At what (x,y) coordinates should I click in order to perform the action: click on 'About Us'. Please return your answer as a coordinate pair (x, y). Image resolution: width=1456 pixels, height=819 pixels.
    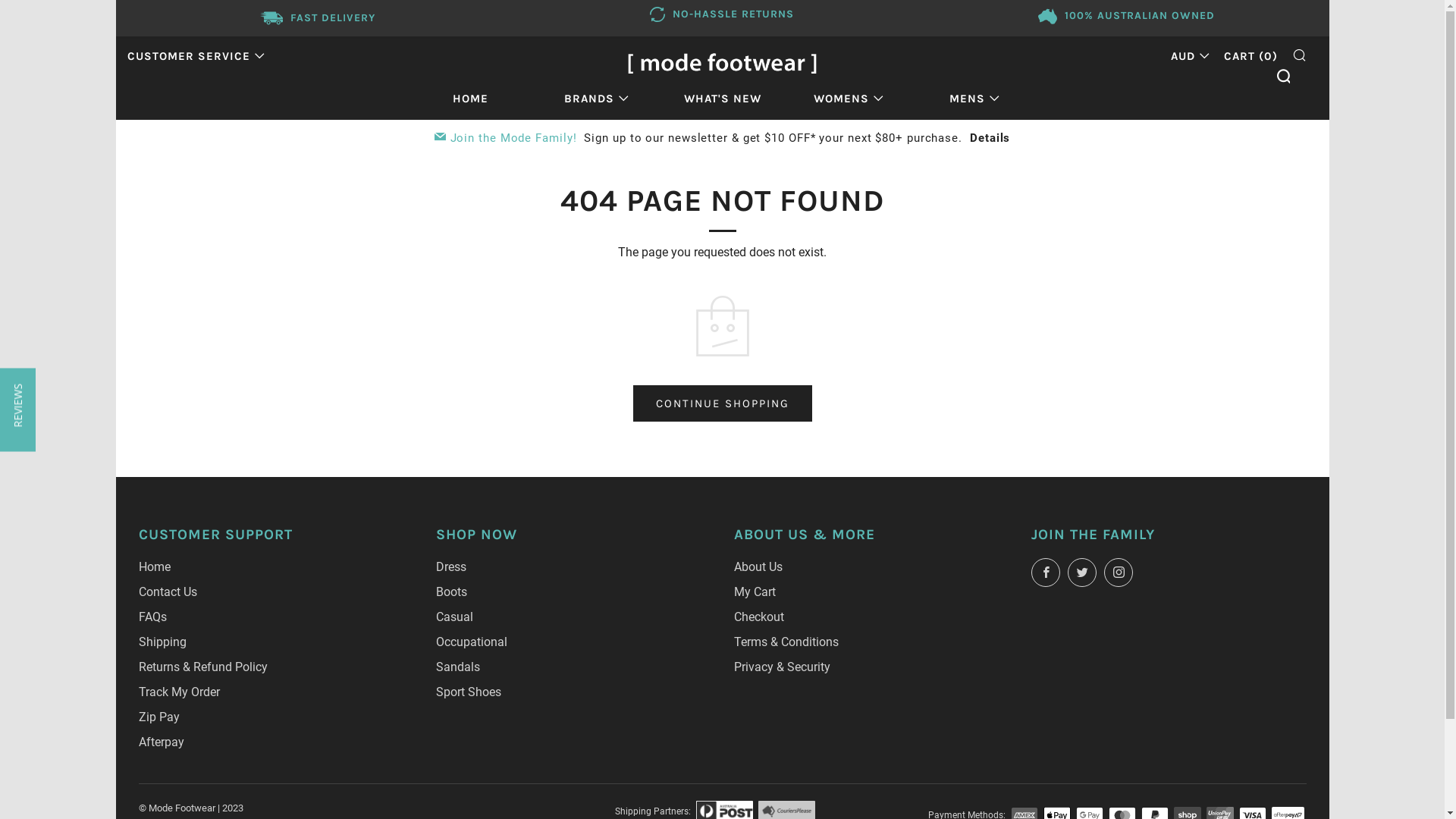
    Looking at the image, I should click on (758, 566).